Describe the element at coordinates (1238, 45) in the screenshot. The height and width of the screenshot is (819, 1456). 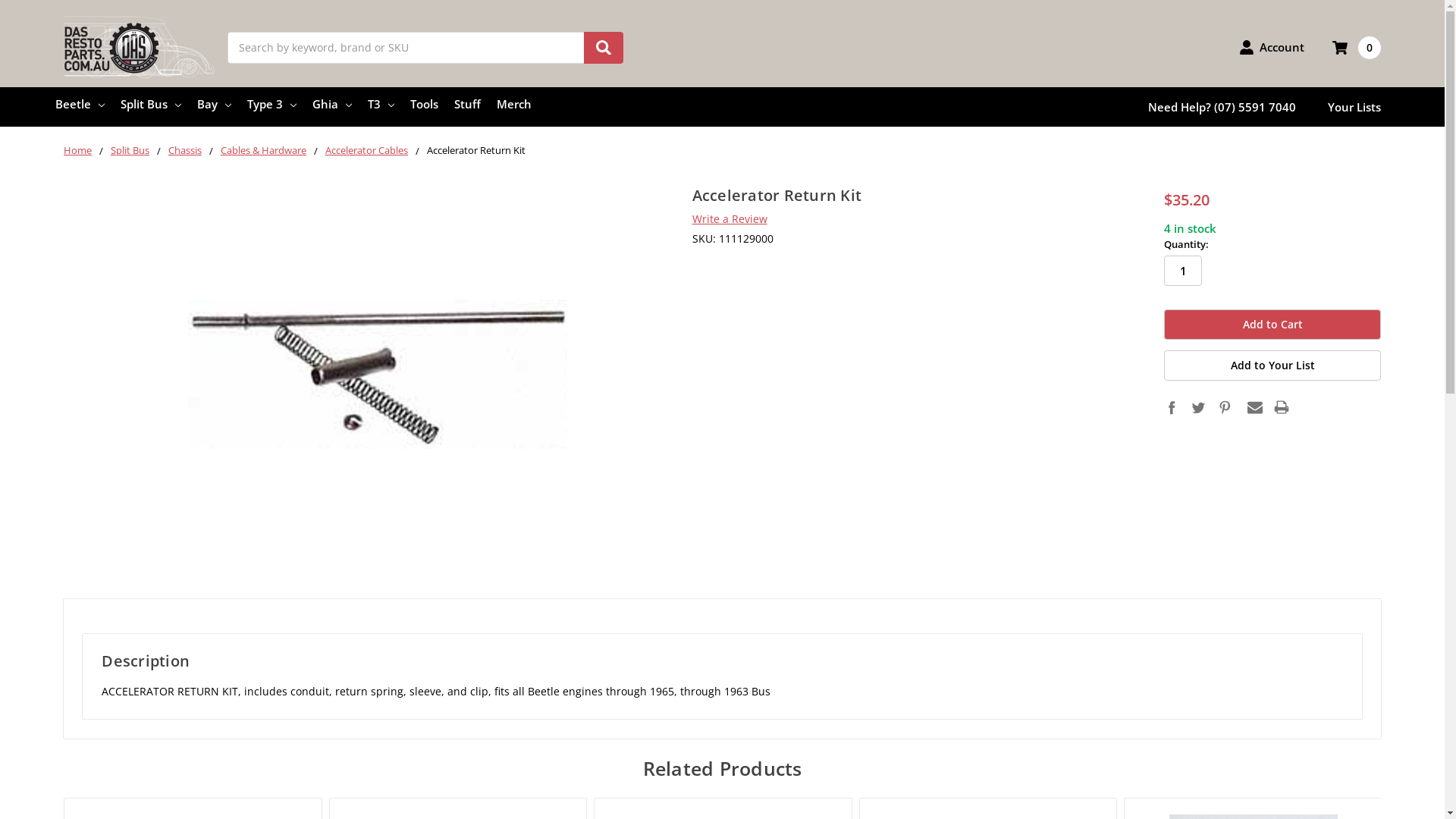
I see `'Account'` at that location.